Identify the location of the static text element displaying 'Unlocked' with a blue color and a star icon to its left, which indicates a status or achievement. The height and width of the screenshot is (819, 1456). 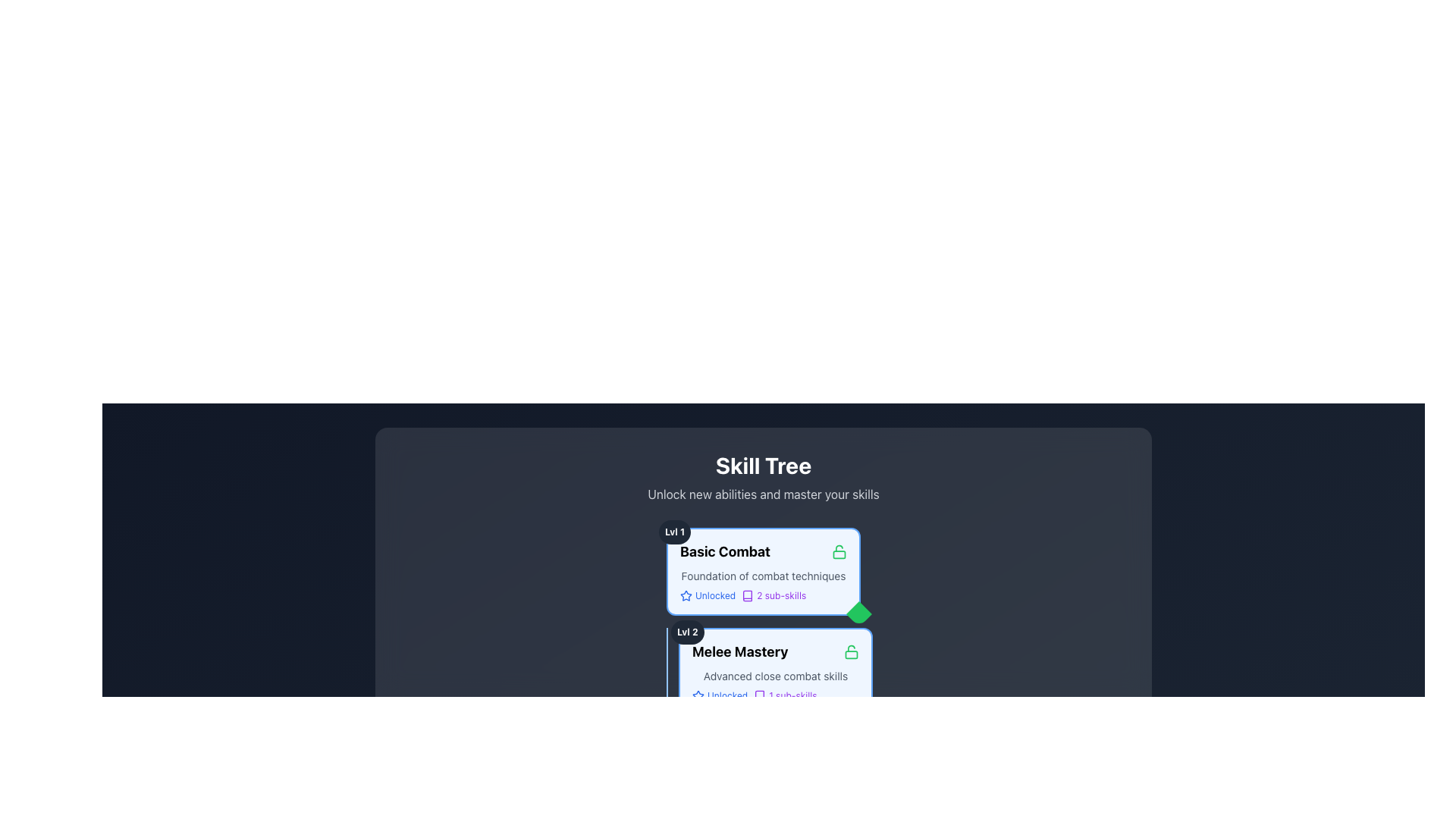
(719, 696).